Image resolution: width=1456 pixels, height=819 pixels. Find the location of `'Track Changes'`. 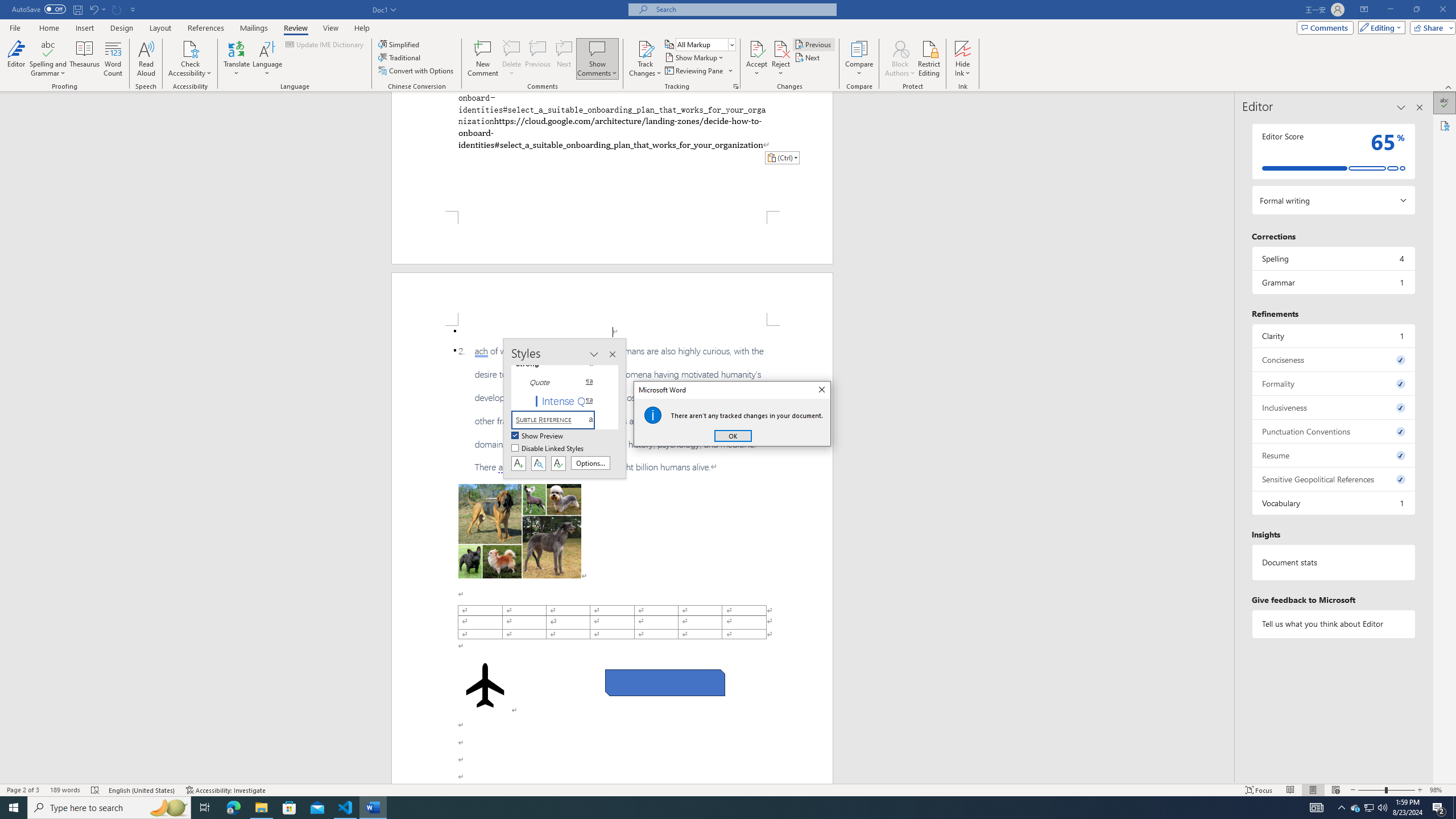

'Track Changes' is located at coordinates (644, 48).